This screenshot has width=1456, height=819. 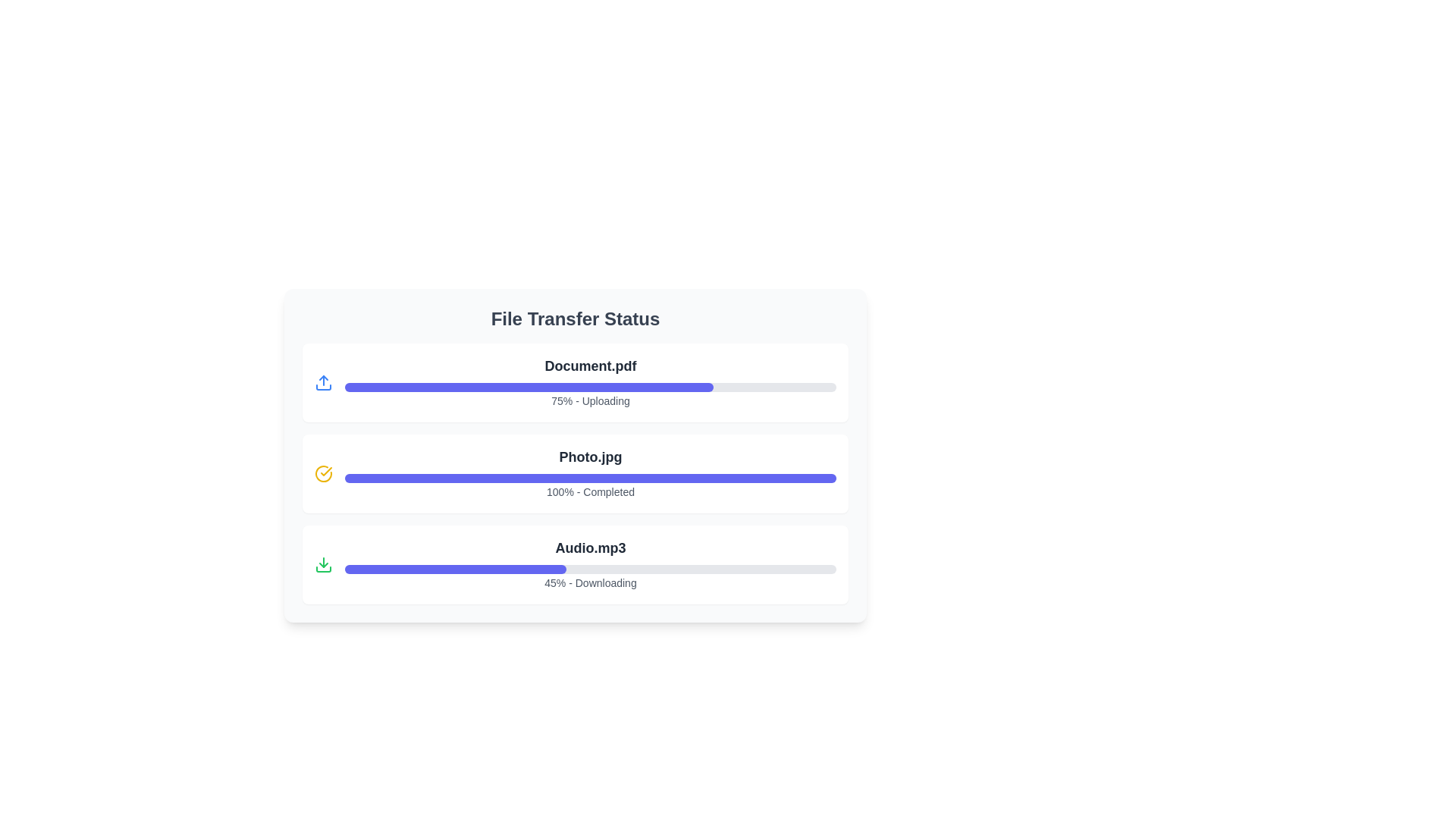 I want to click on the second progress bar indicating the status of 'Photo.jpg' which is styled with a light gray background and a blue filled portion, located between the text 'Photo.jpg' and '100% - Completed', so click(x=589, y=479).